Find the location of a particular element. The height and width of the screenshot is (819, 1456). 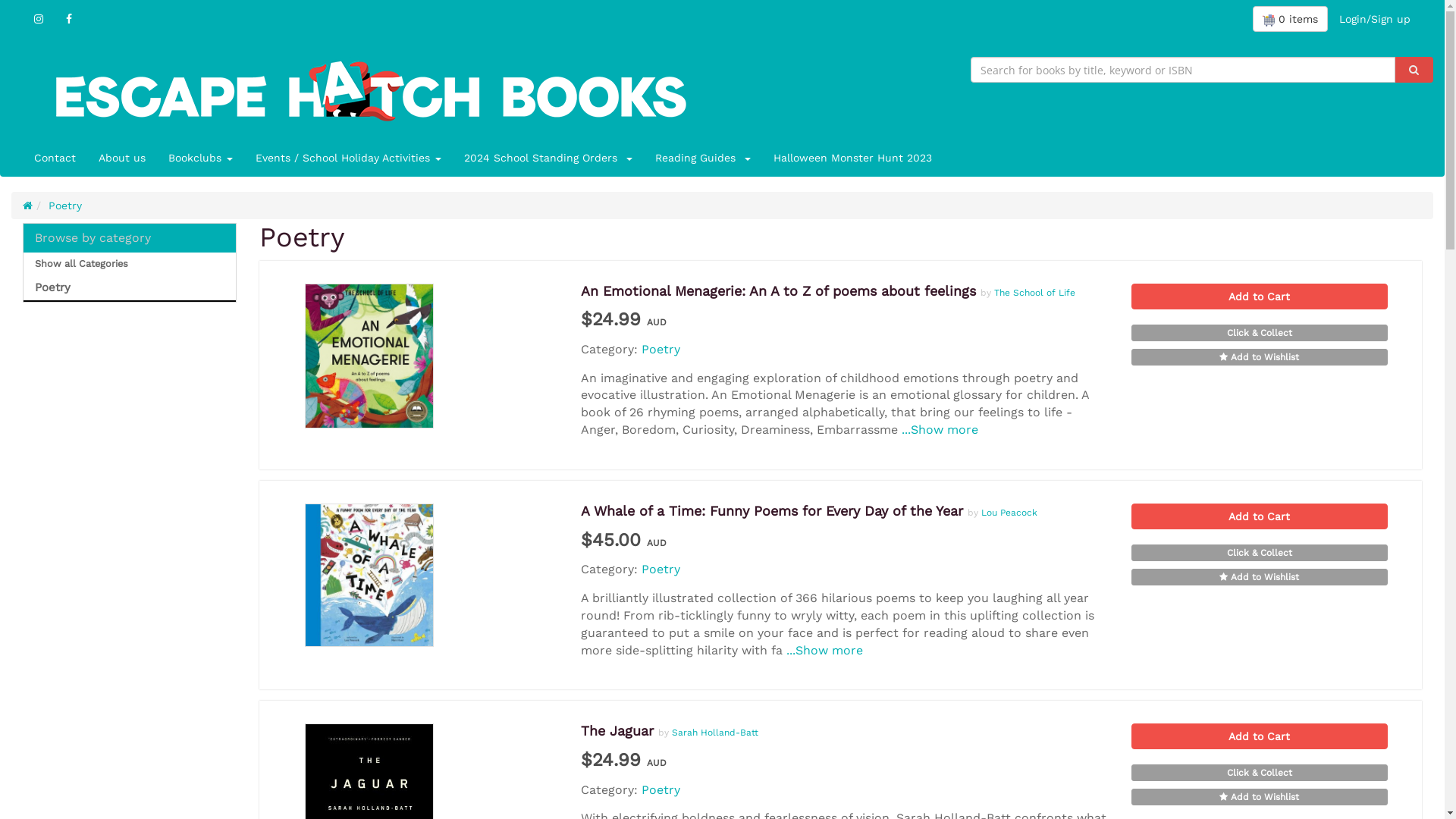

'Events / School Holiday Activities ' is located at coordinates (347, 158).